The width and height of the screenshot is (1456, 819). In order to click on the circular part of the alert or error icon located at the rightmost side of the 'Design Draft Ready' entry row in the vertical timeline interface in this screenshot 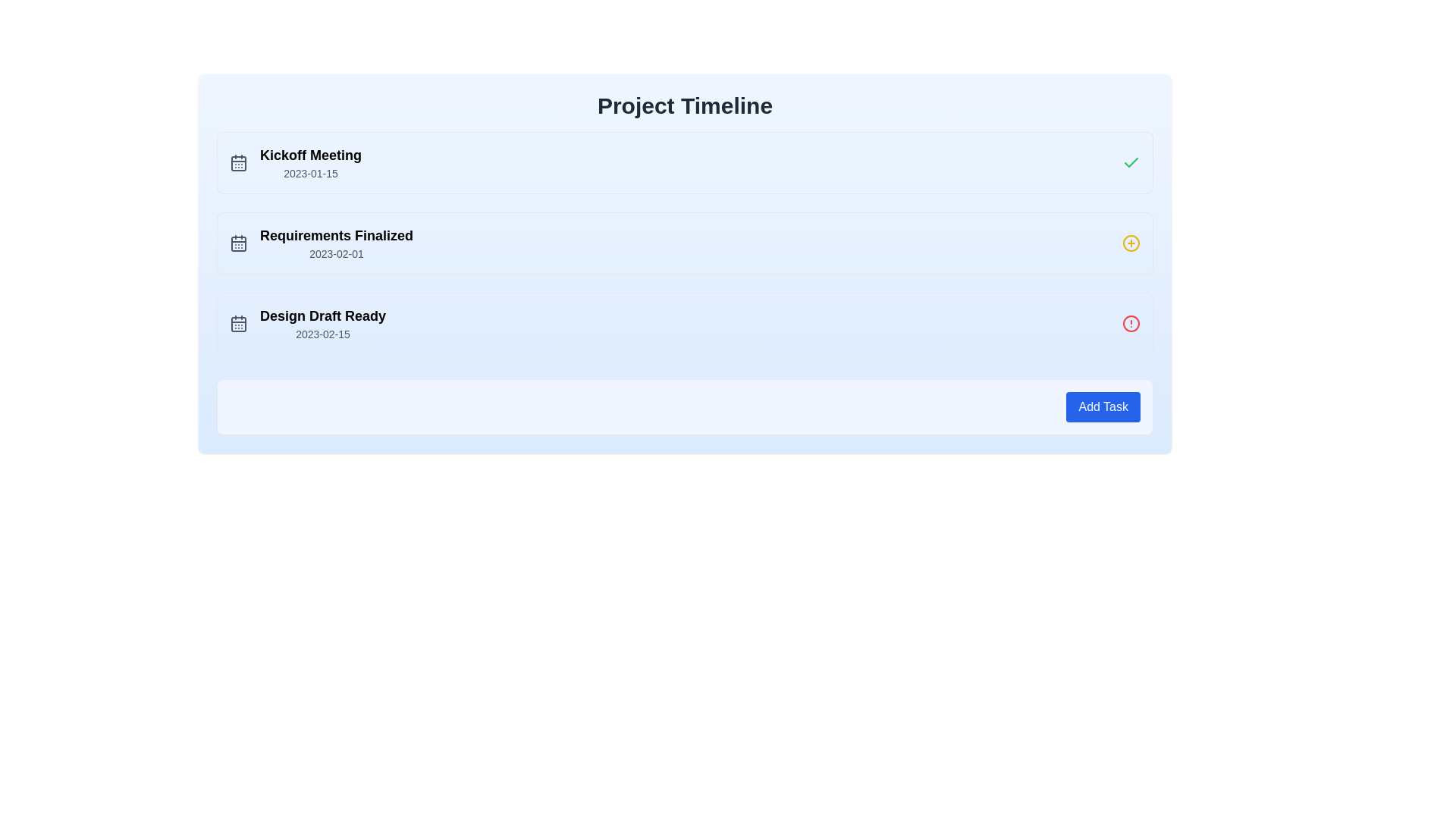, I will do `click(1131, 323)`.